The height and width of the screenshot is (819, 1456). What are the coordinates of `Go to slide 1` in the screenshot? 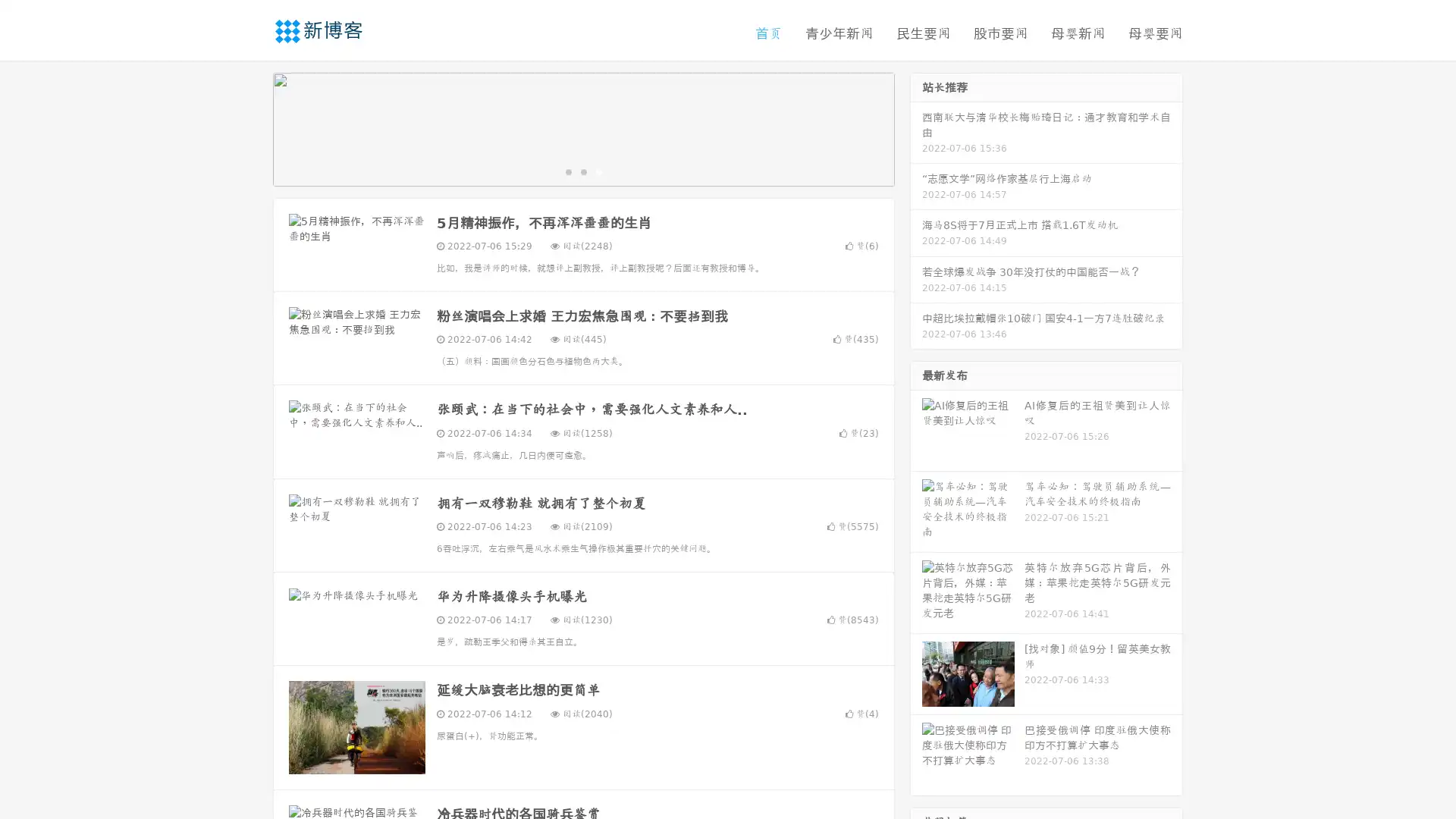 It's located at (567, 171).